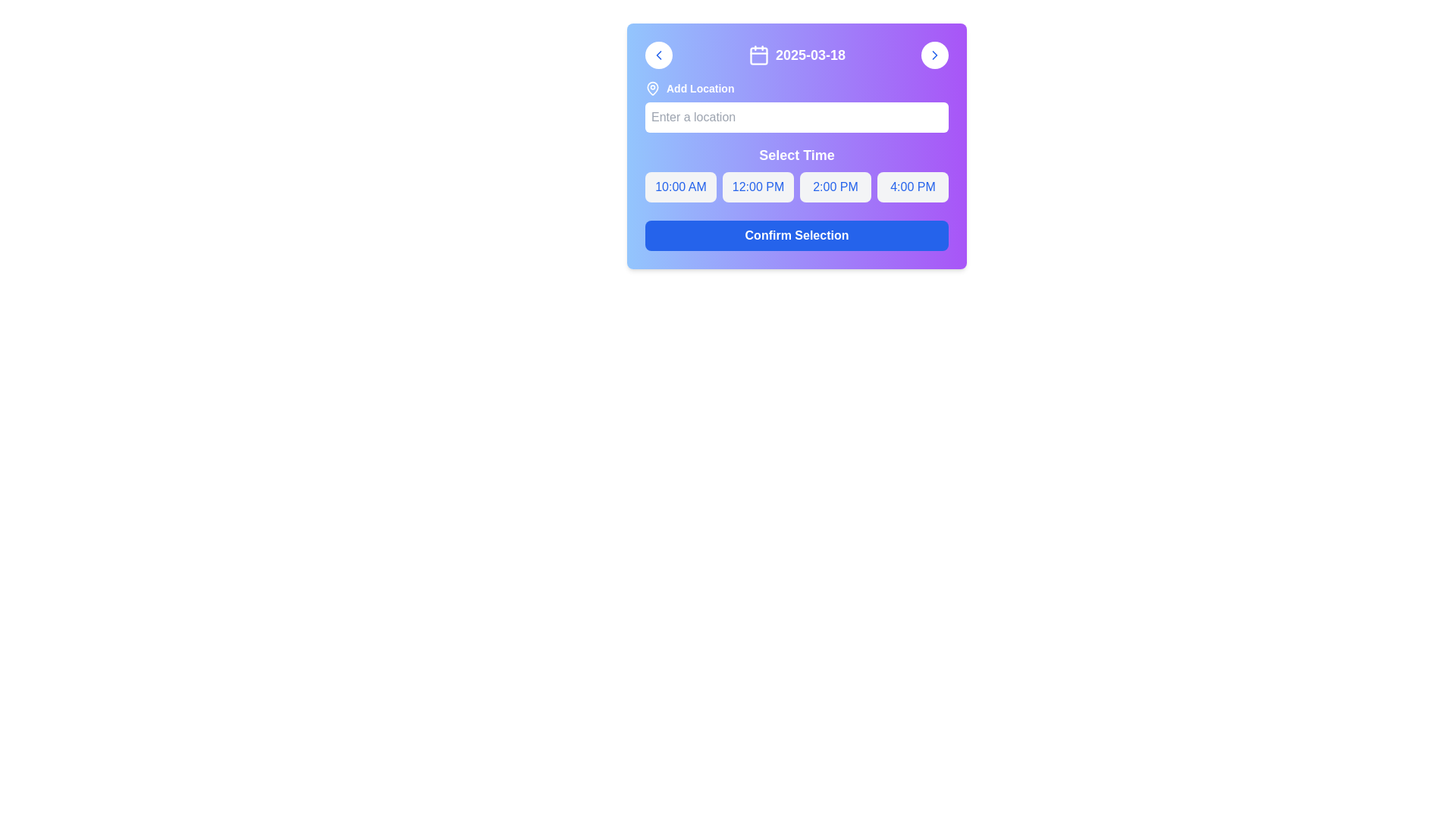 Image resolution: width=1456 pixels, height=819 pixels. What do you see at coordinates (652, 87) in the screenshot?
I see `the Decorative icon located to the left side of the header section next to the 'Add Location' text` at bounding box center [652, 87].